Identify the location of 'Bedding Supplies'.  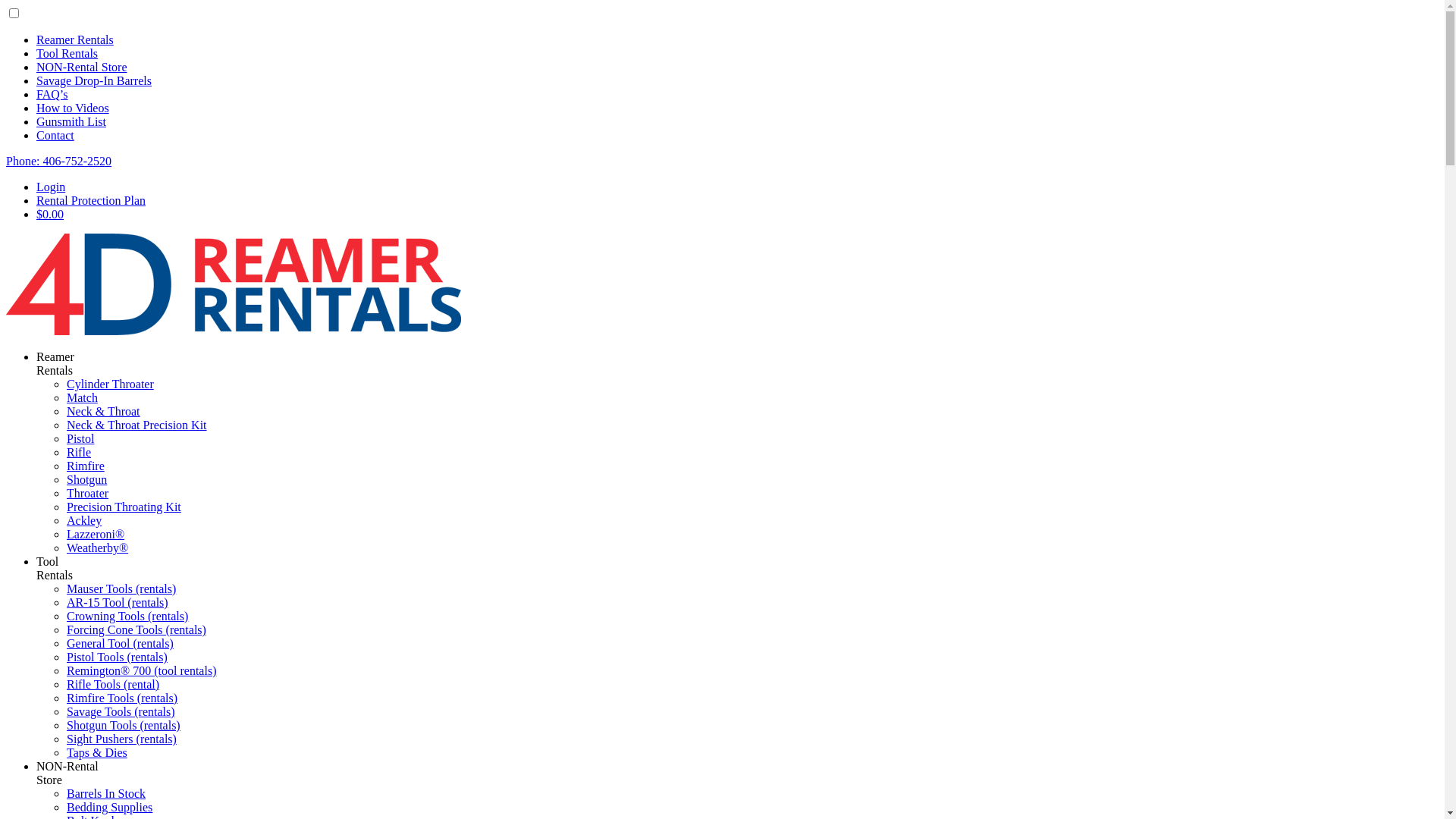
(108, 806).